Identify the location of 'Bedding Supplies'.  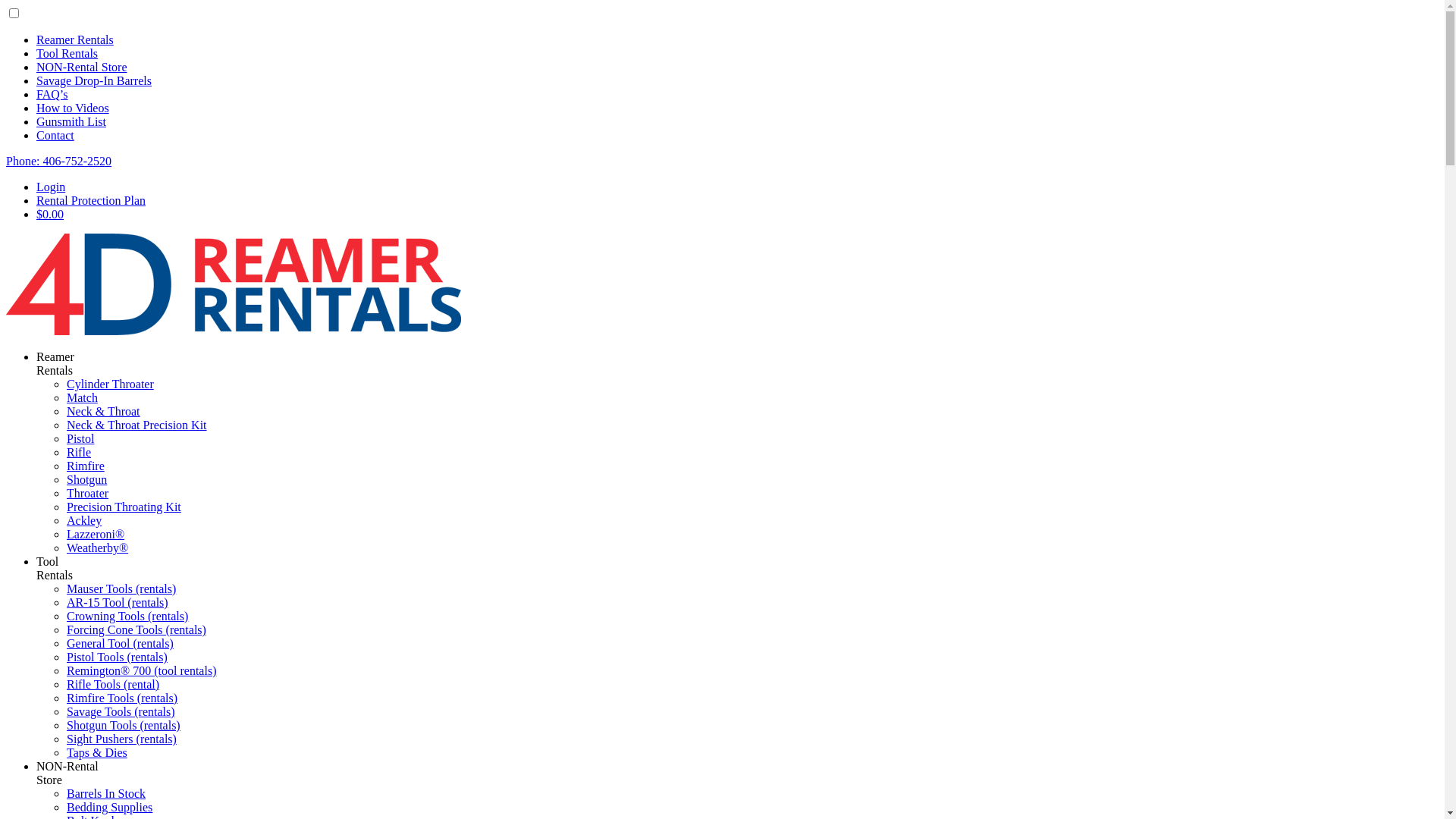
(108, 806).